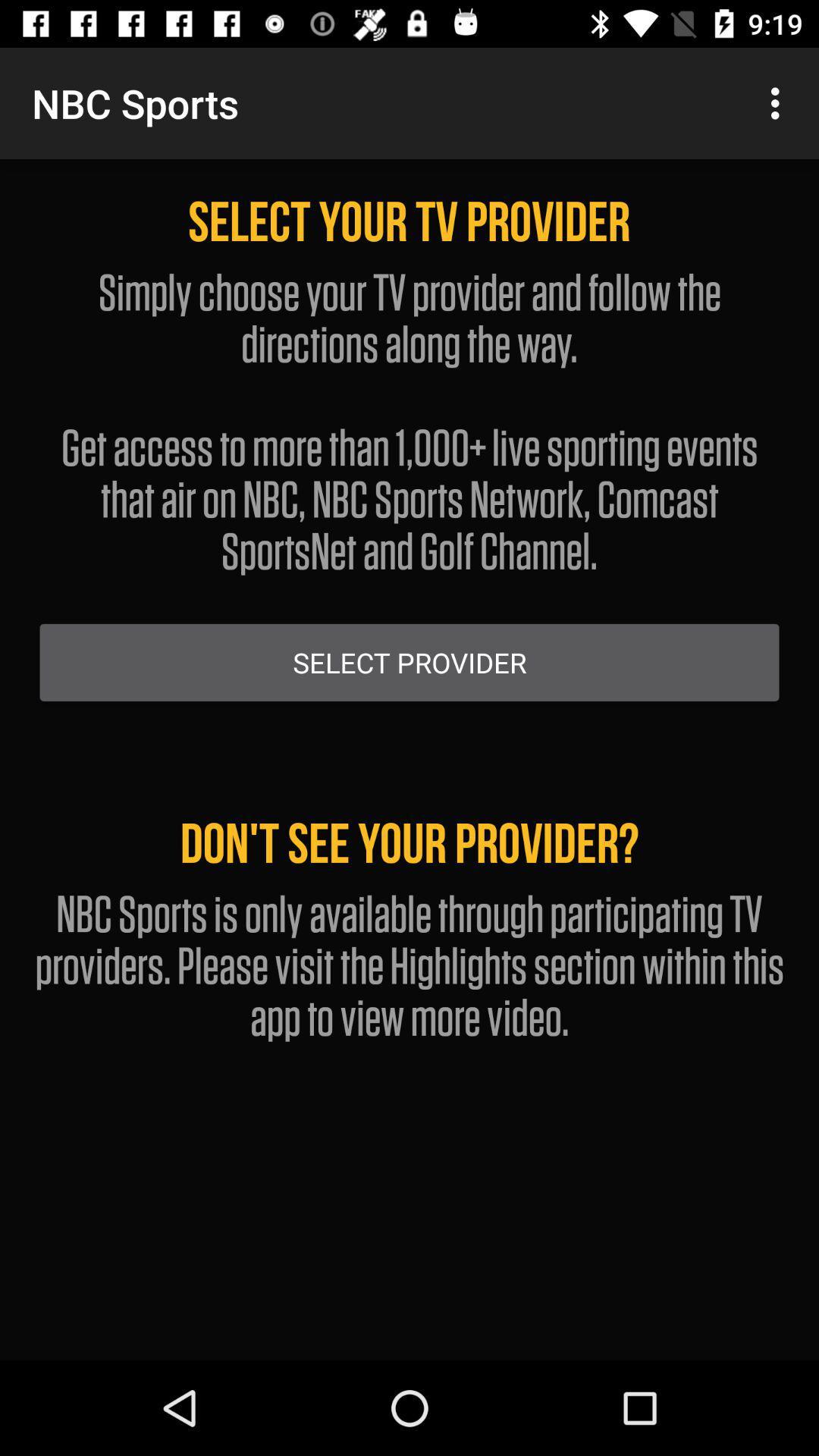 This screenshot has height=1456, width=819. I want to click on the icon to the right of the nbc sports icon, so click(779, 102).